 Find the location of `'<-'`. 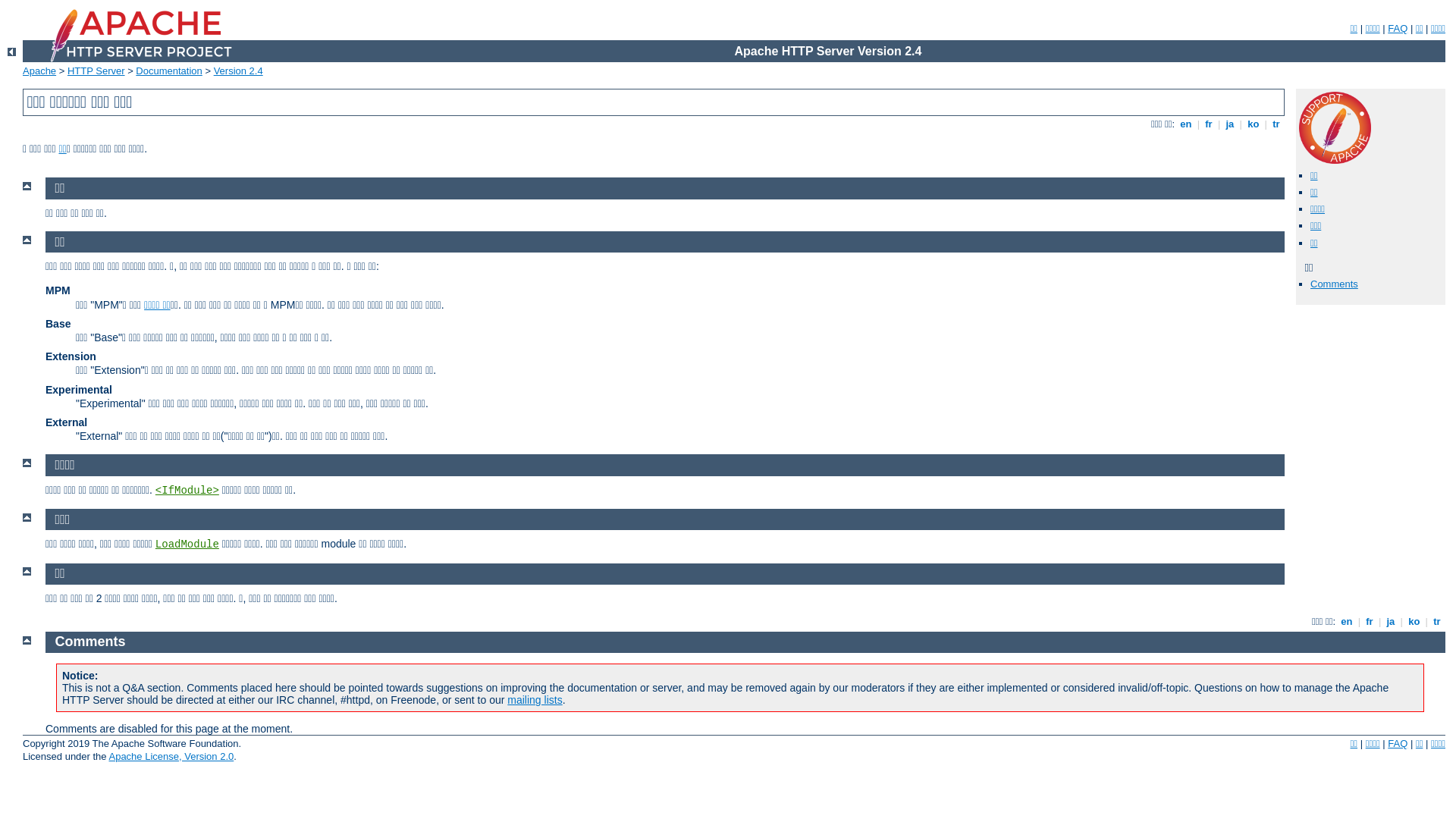

'<-' is located at coordinates (11, 51).